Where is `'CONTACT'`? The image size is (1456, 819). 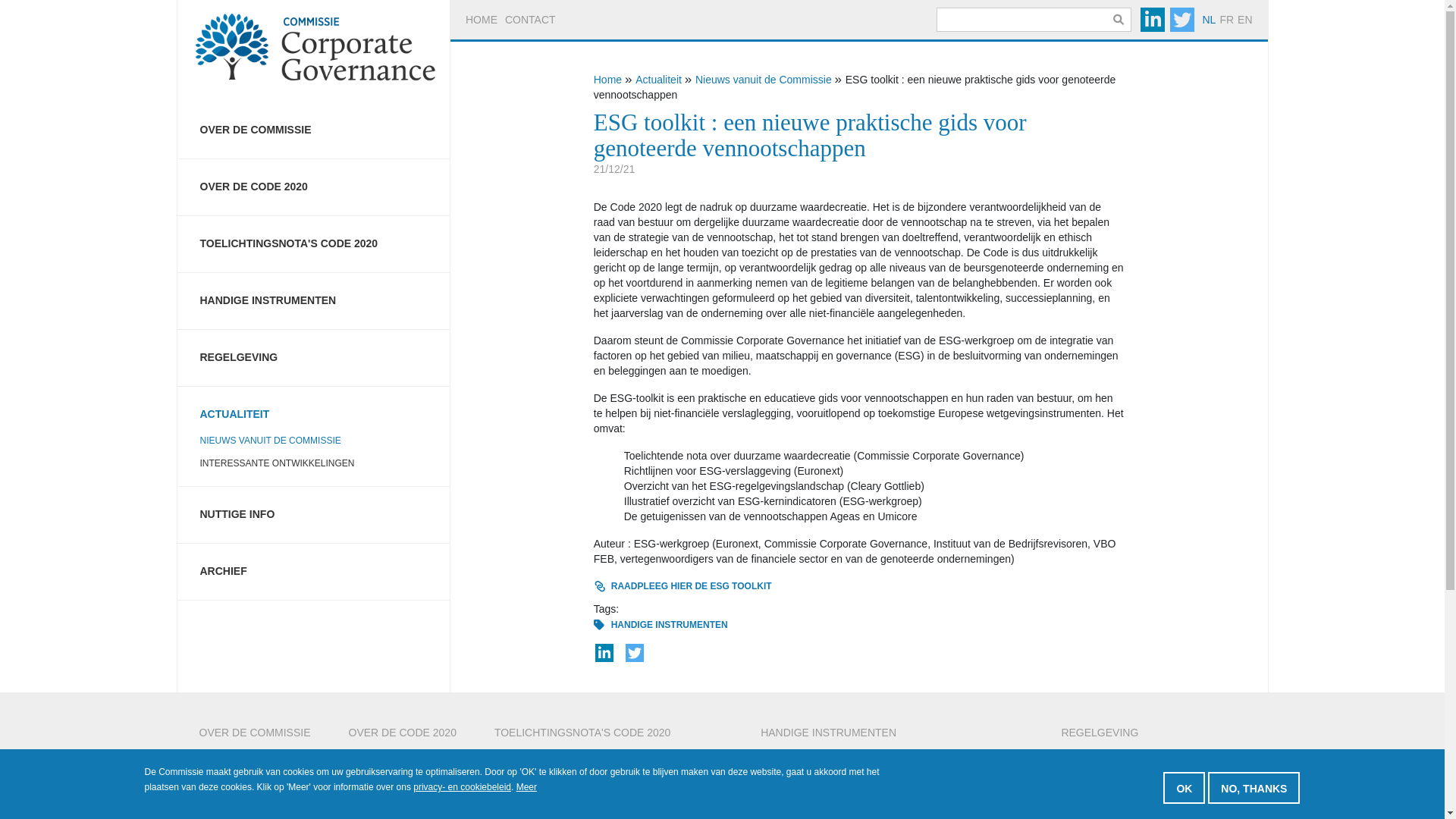
'CONTACT' is located at coordinates (530, 20).